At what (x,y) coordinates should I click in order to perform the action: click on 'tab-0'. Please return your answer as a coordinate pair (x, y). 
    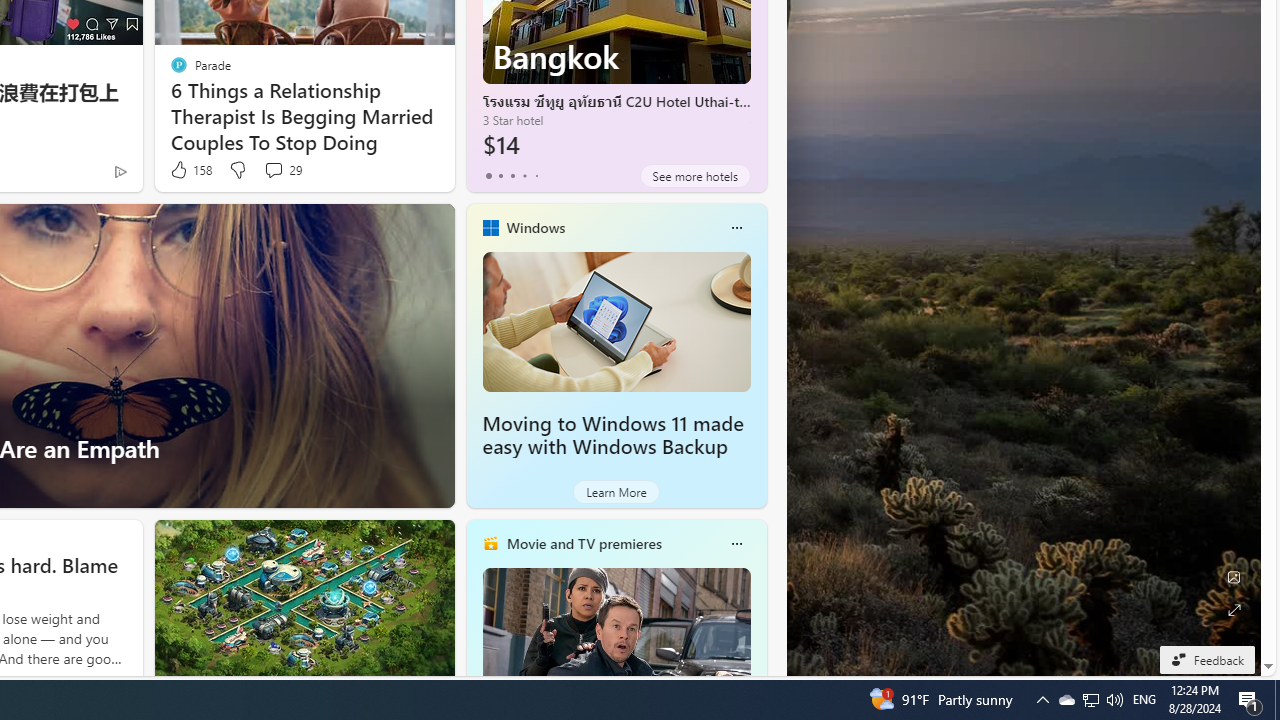
    Looking at the image, I should click on (488, 175).